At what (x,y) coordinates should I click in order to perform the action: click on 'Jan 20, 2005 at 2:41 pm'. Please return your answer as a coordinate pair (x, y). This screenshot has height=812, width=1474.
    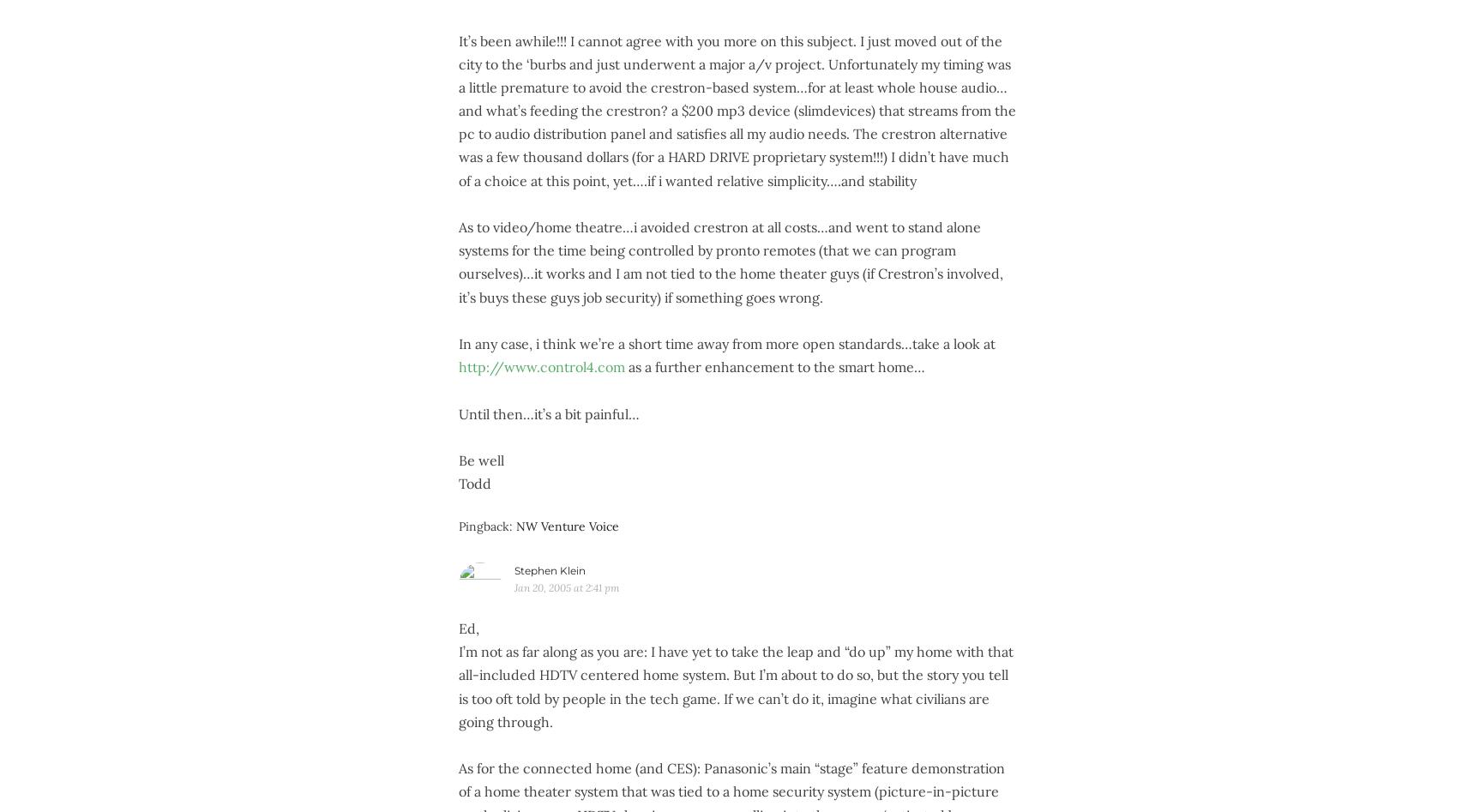
    Looking at the image, I should click on (565, 586).